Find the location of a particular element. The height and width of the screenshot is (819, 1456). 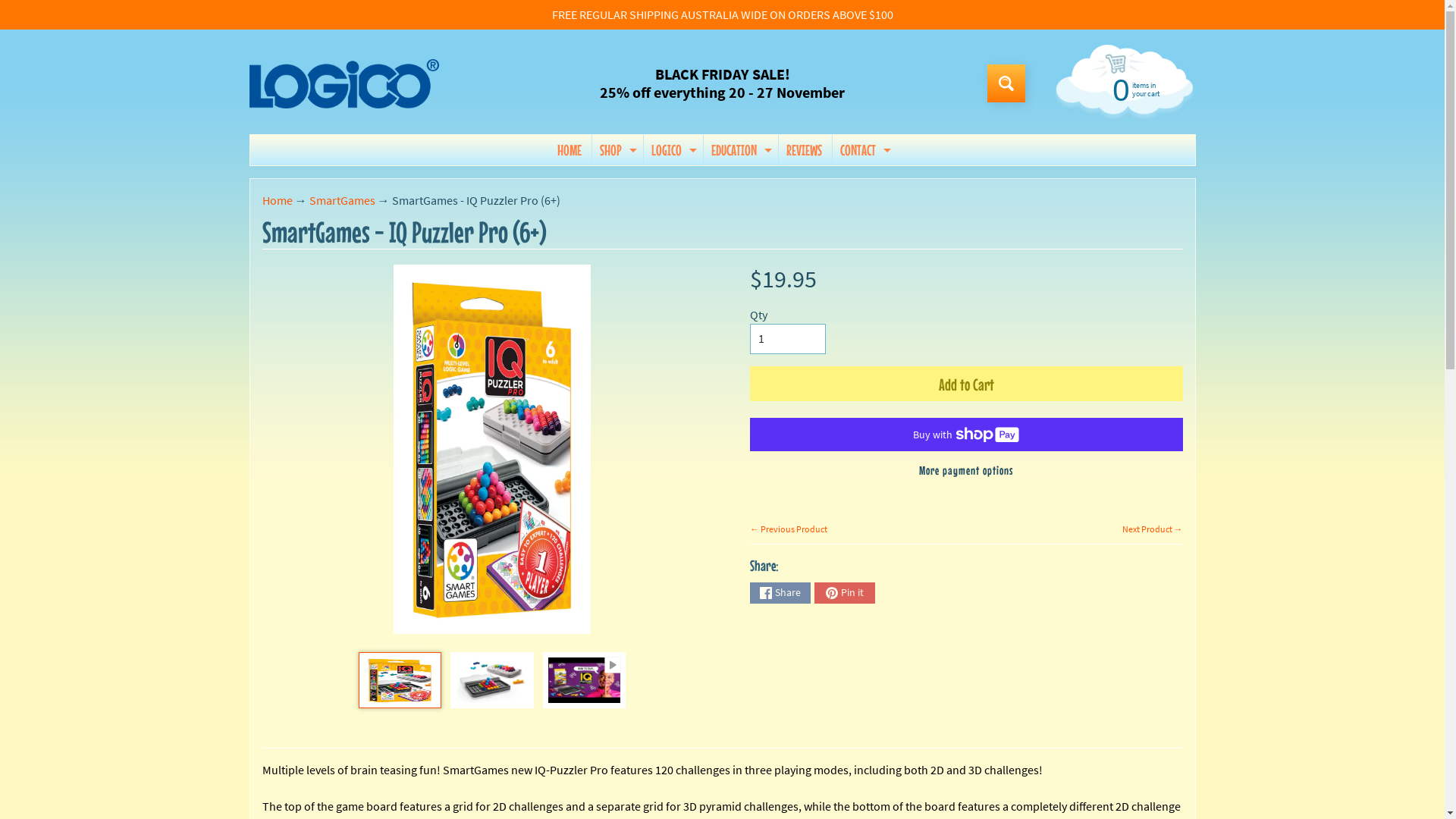

'Pin it' is located at coordinates (843, 592).